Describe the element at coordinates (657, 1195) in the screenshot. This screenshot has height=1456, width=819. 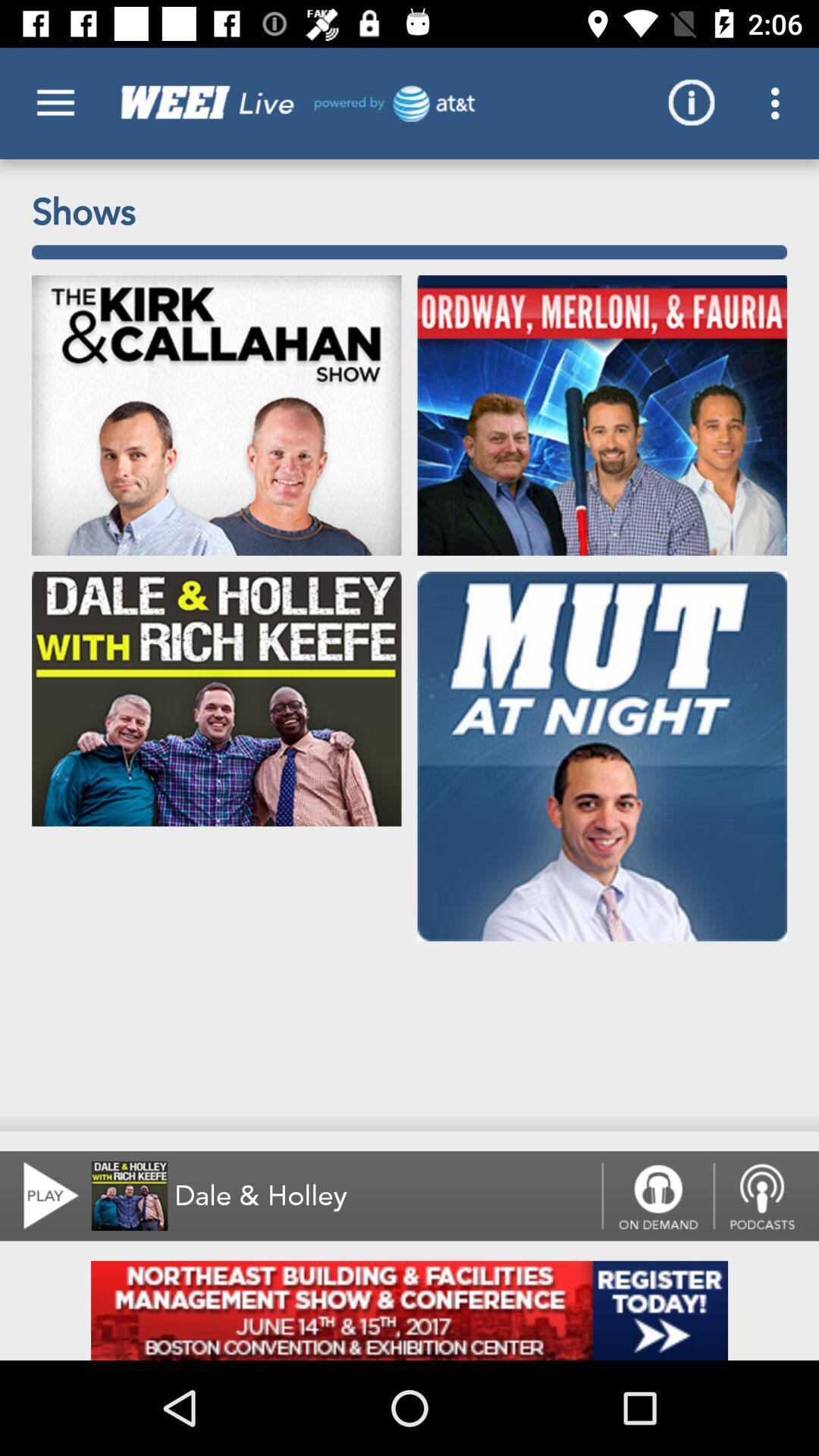
I see `the lock icon` at that location.